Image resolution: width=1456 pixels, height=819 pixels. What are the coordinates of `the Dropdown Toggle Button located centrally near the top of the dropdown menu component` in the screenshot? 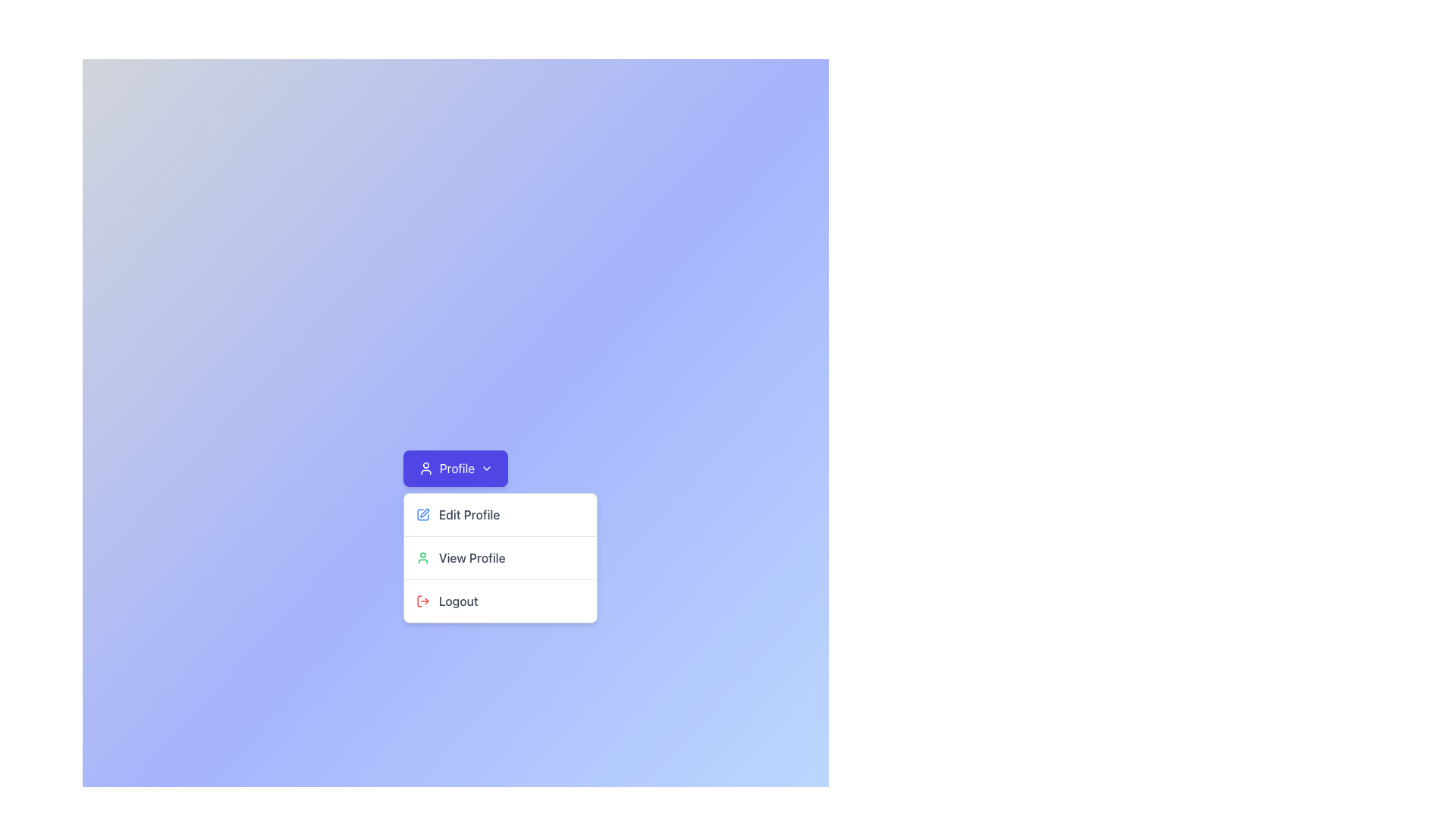 It's located at (454, 467).